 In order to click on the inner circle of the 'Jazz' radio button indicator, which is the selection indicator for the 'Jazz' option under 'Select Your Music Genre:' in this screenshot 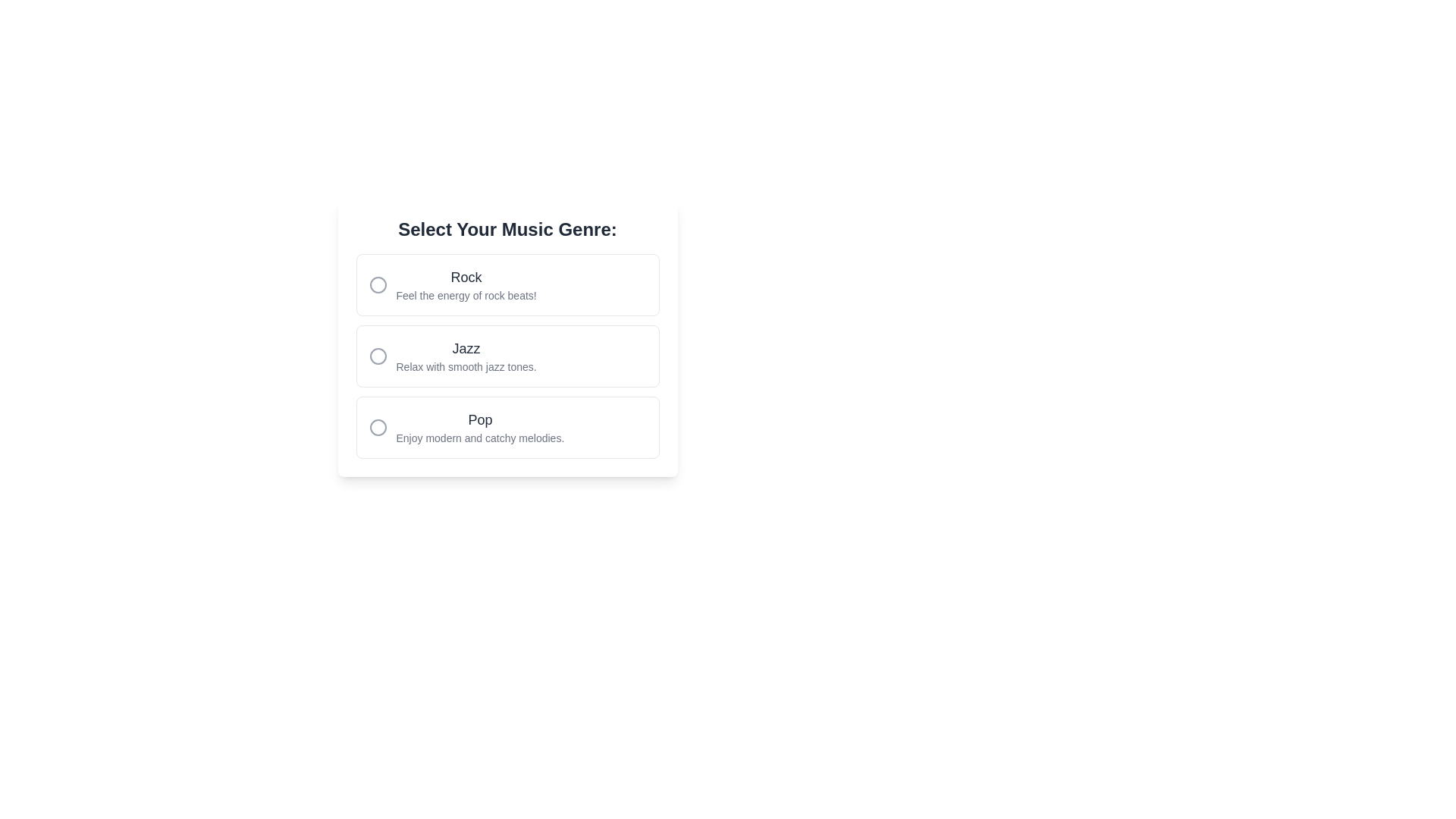, I will do `click(378, 356)`.